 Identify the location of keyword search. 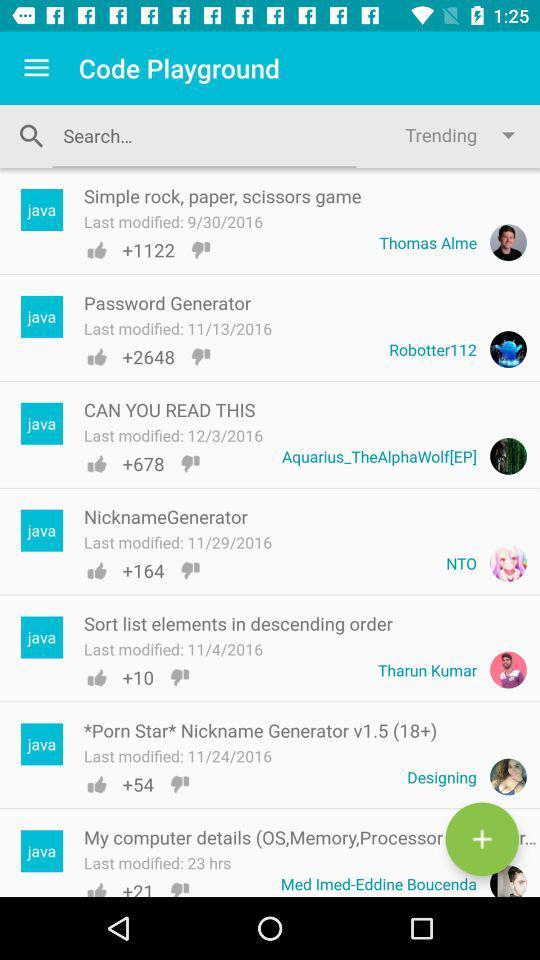
(203, 134).